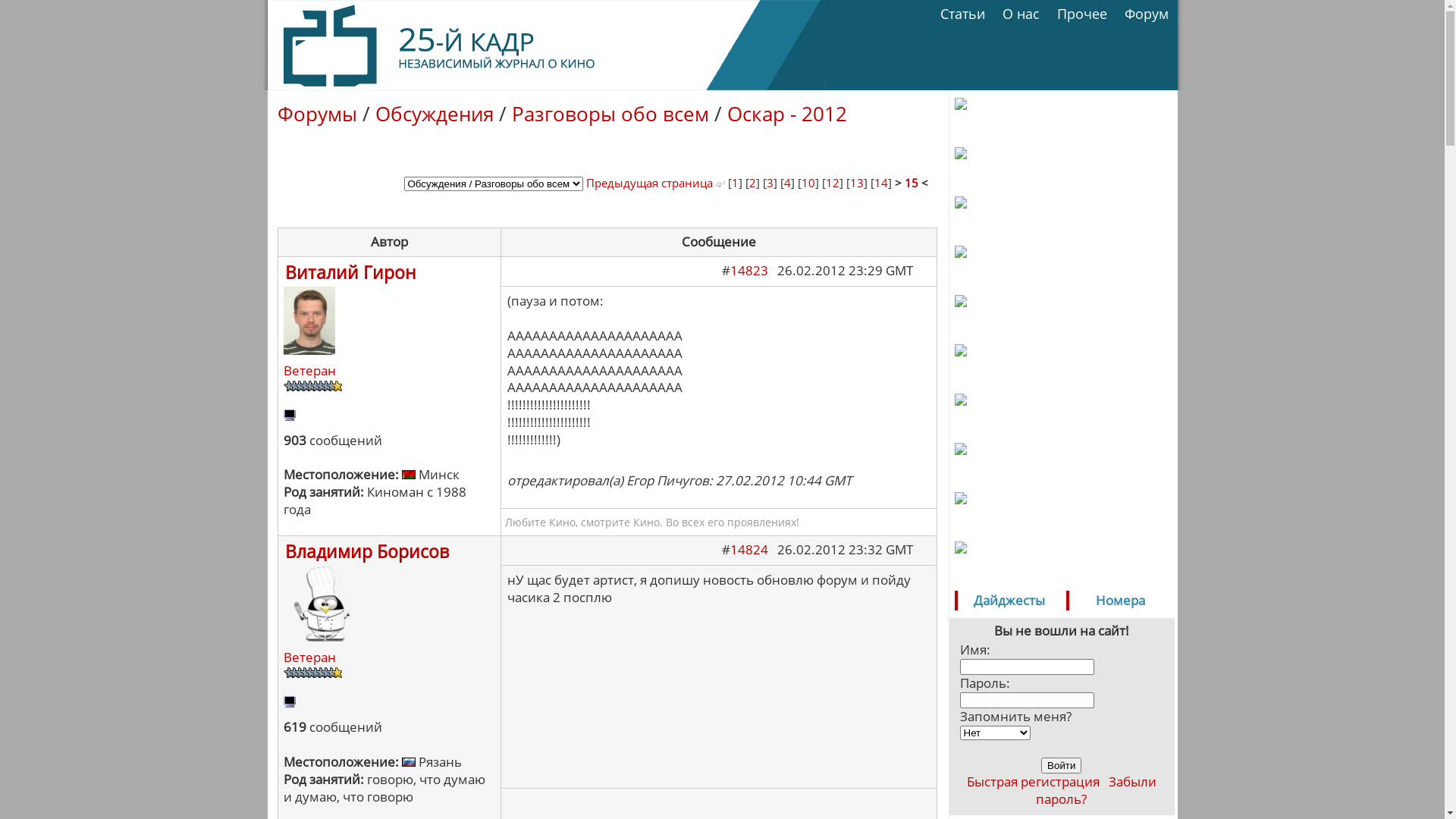 This screenshot has width=1456, height=819. Describe the element at coordinates (783, 181) in the screenshot. I see `'4'` at that location.